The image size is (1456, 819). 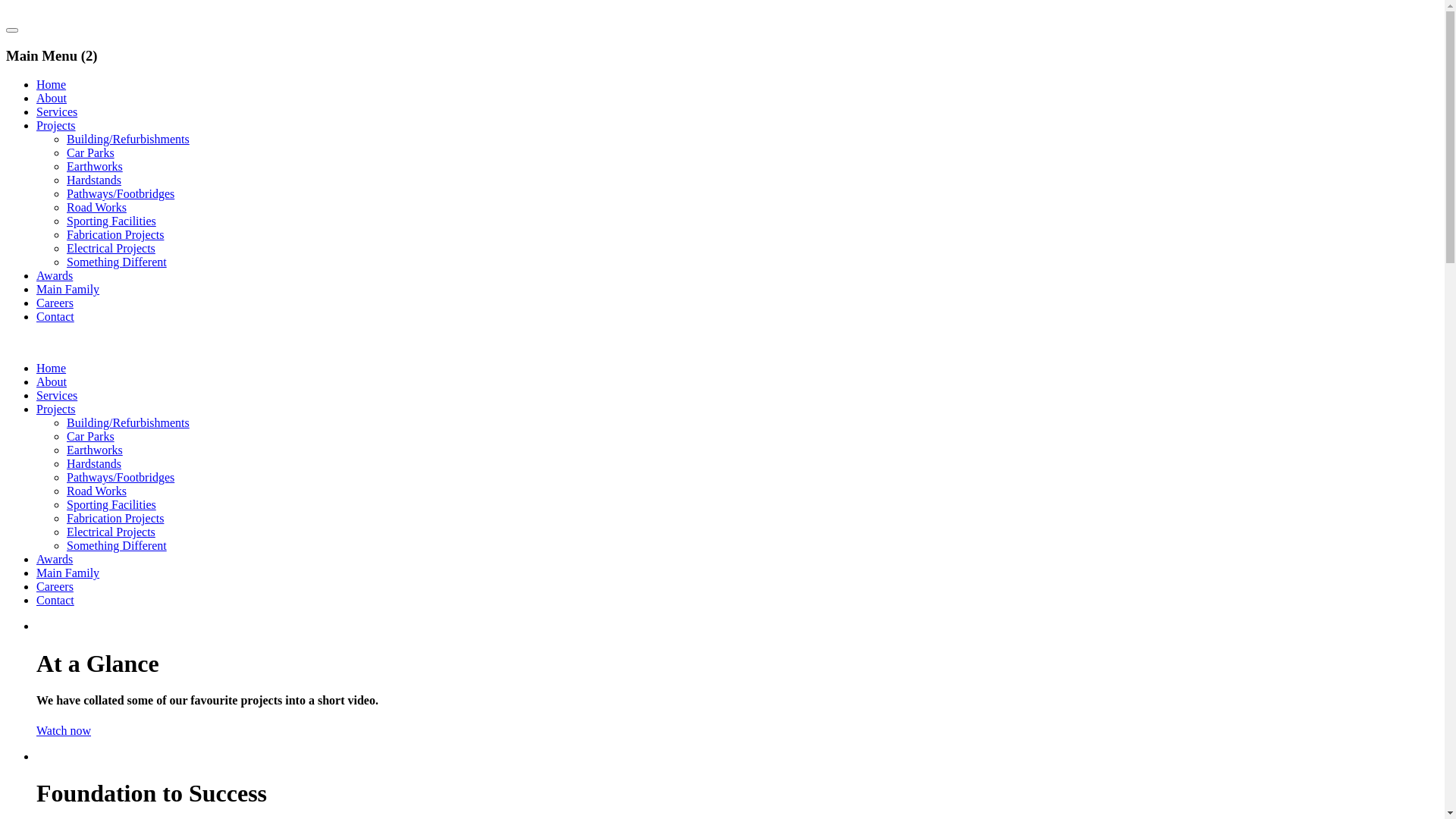 What do you see at coordinates (67, 573) in the screenshot?
I see `'Main Family'` at bounding box center [67, 573].